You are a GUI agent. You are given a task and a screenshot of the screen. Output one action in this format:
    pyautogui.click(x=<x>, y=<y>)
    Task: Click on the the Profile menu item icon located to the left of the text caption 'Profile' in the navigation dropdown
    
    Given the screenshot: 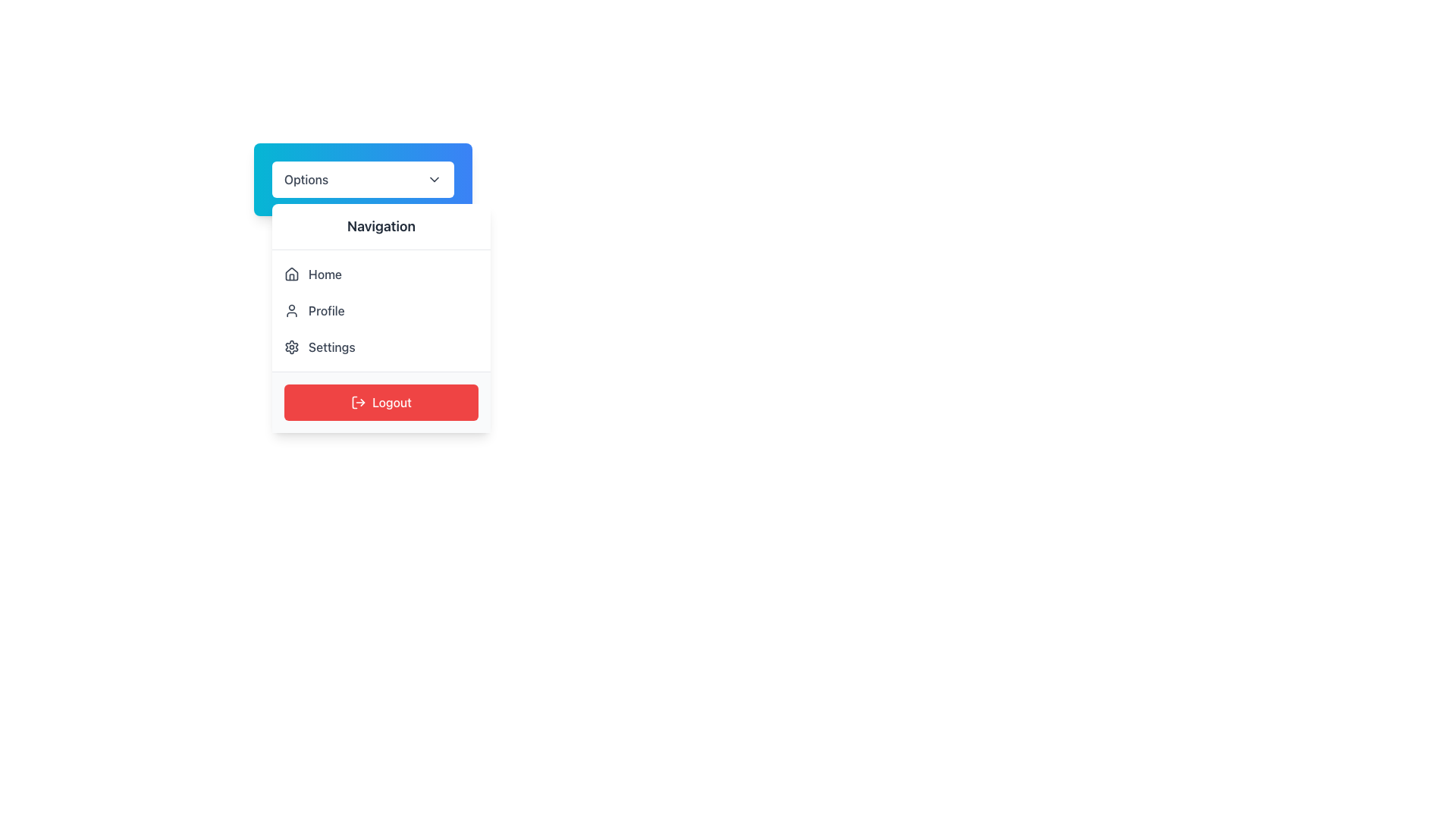 What is the action you would take?
    pyautogui.click(x=291, y=309)
    